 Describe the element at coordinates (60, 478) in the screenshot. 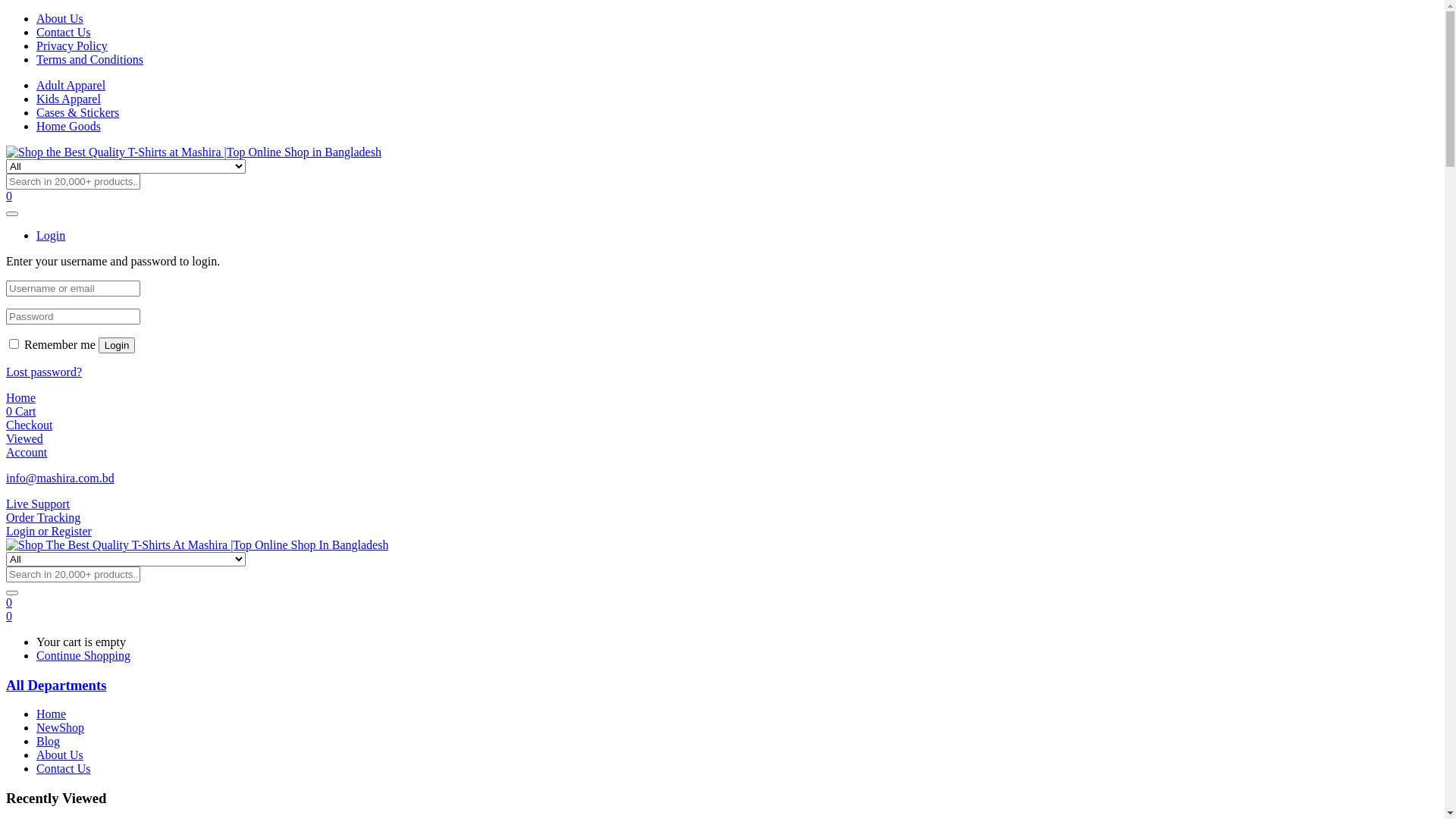

I see `'info@mashira.com.bd'` at that location.